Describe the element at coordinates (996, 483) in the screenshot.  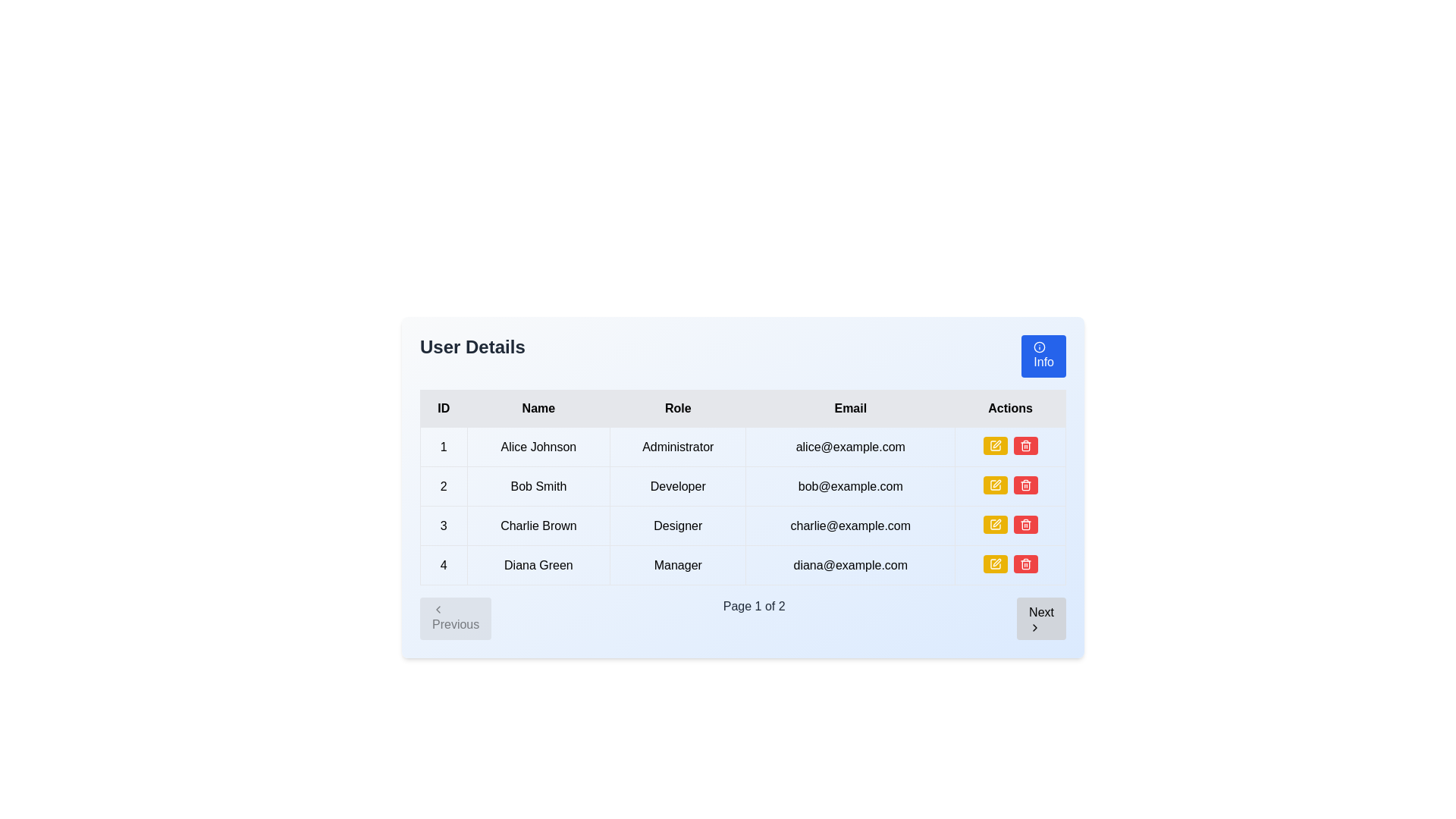
I see `the edit button in the 'Actions' column for the user 'Charlie Brown'` at that location.